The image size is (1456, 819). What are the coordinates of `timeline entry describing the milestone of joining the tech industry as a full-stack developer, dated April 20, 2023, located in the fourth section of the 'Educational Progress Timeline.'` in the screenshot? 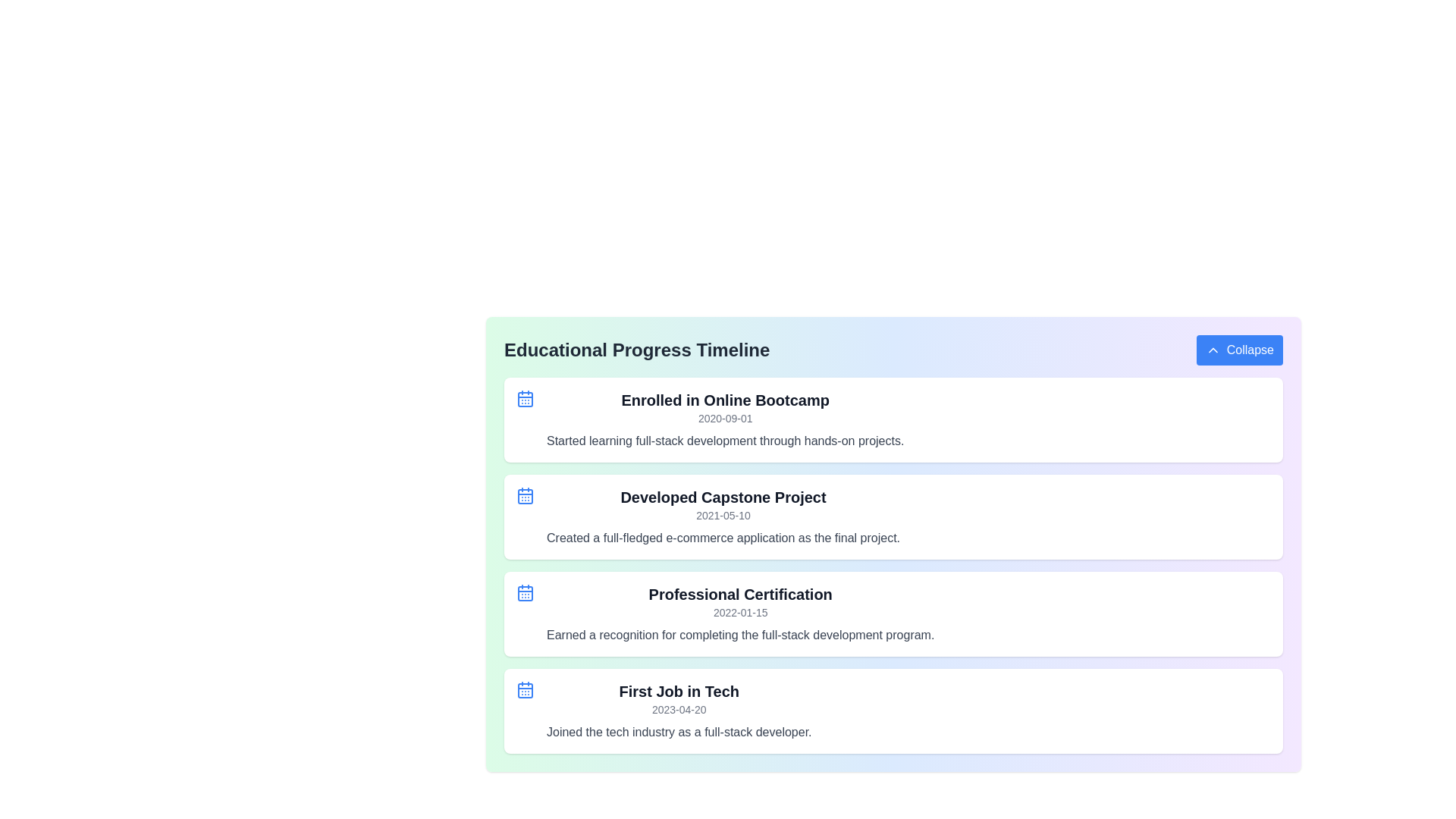 It's located at (678, 711).